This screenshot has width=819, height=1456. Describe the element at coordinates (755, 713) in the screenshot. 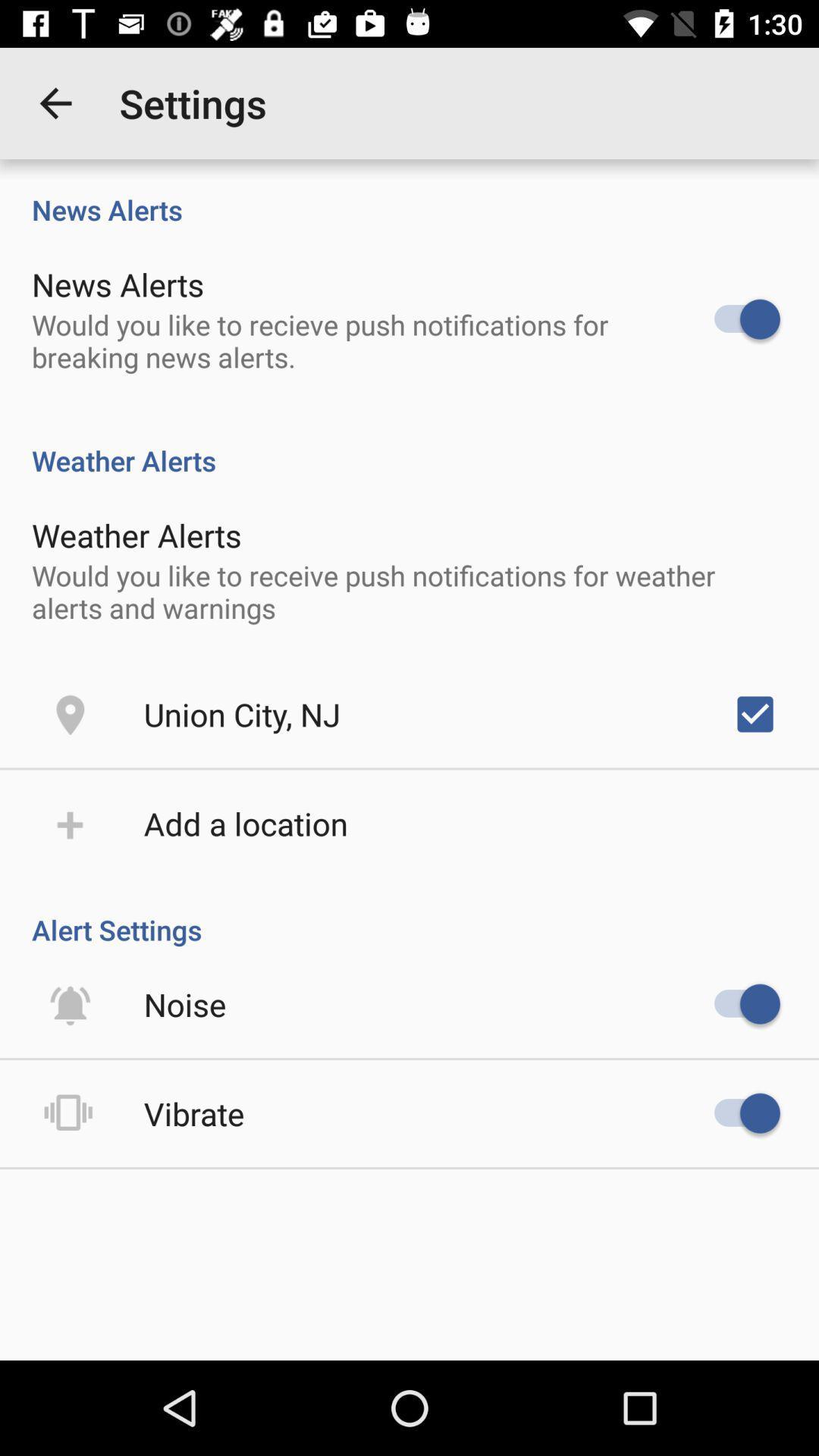

I see `the item next to the union city, nj item` at that location.